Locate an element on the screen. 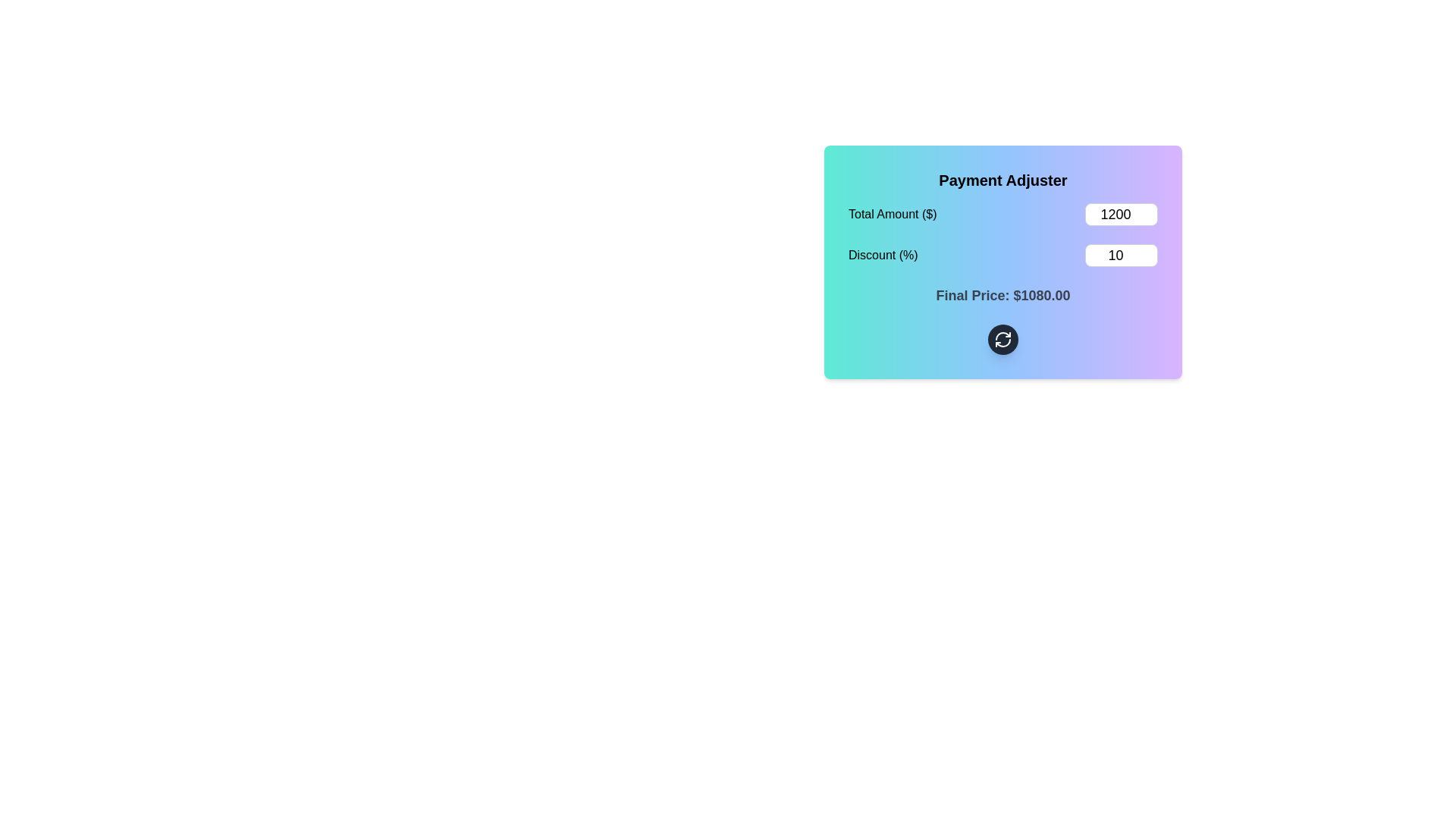  the text input field for monetary amount located to the right of the label 'Total Amount ($)' is located at coordinates (1121, 214).